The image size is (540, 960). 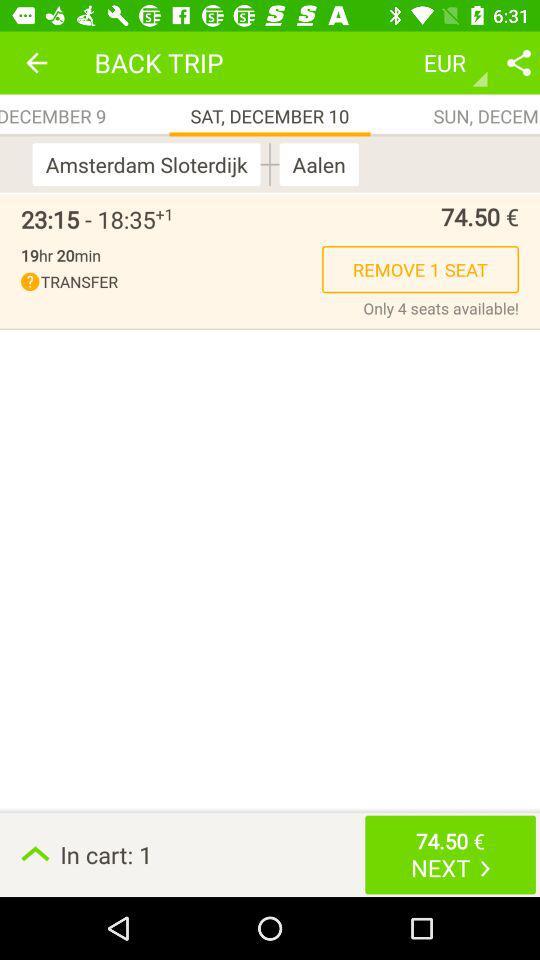 What do you see at coordinates (36, 62) in the screenshot?
I see `the item to the left of back trip item` at bounding box center [36, 62].